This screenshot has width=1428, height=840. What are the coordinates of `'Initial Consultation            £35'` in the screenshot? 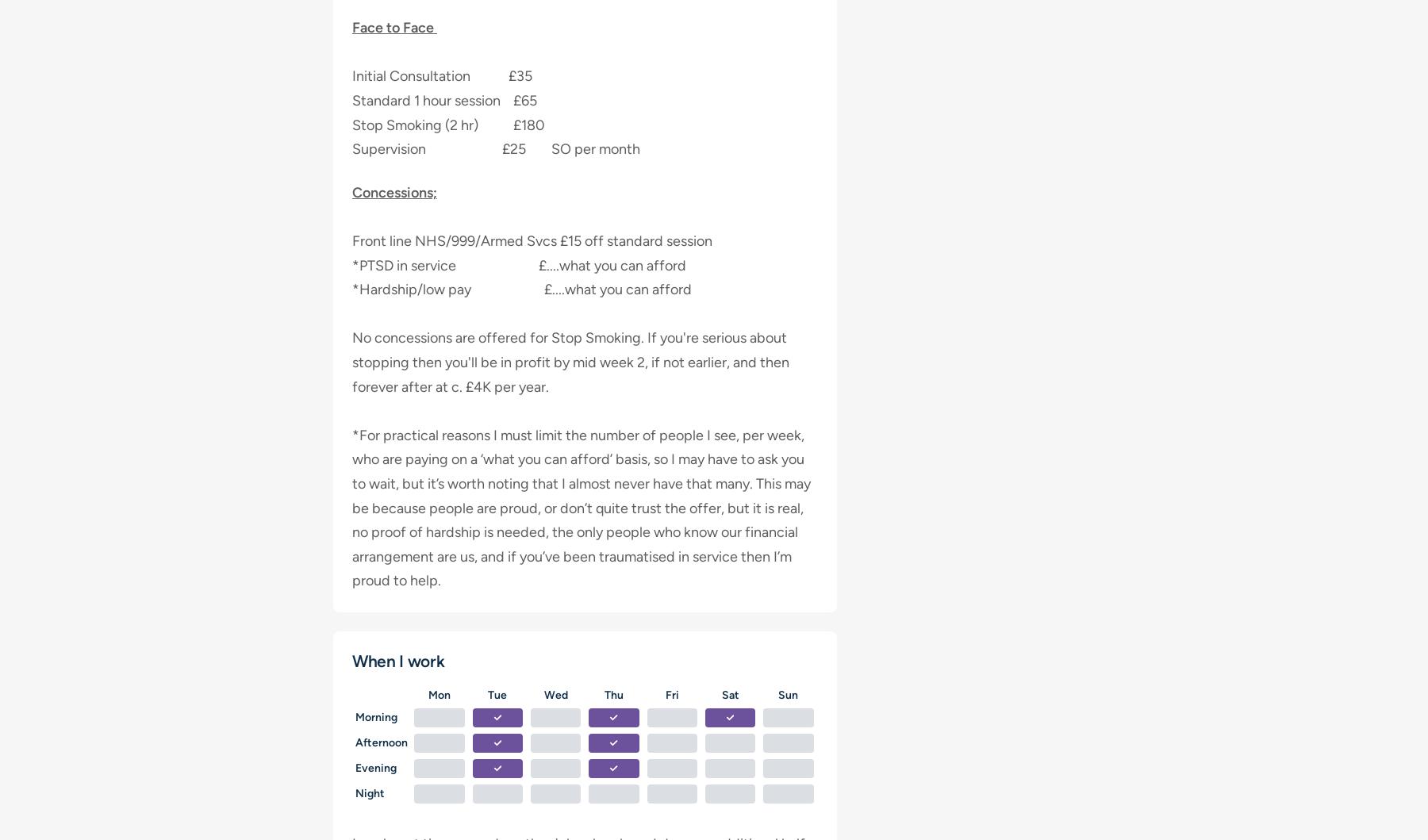 It's located at (441, 76).